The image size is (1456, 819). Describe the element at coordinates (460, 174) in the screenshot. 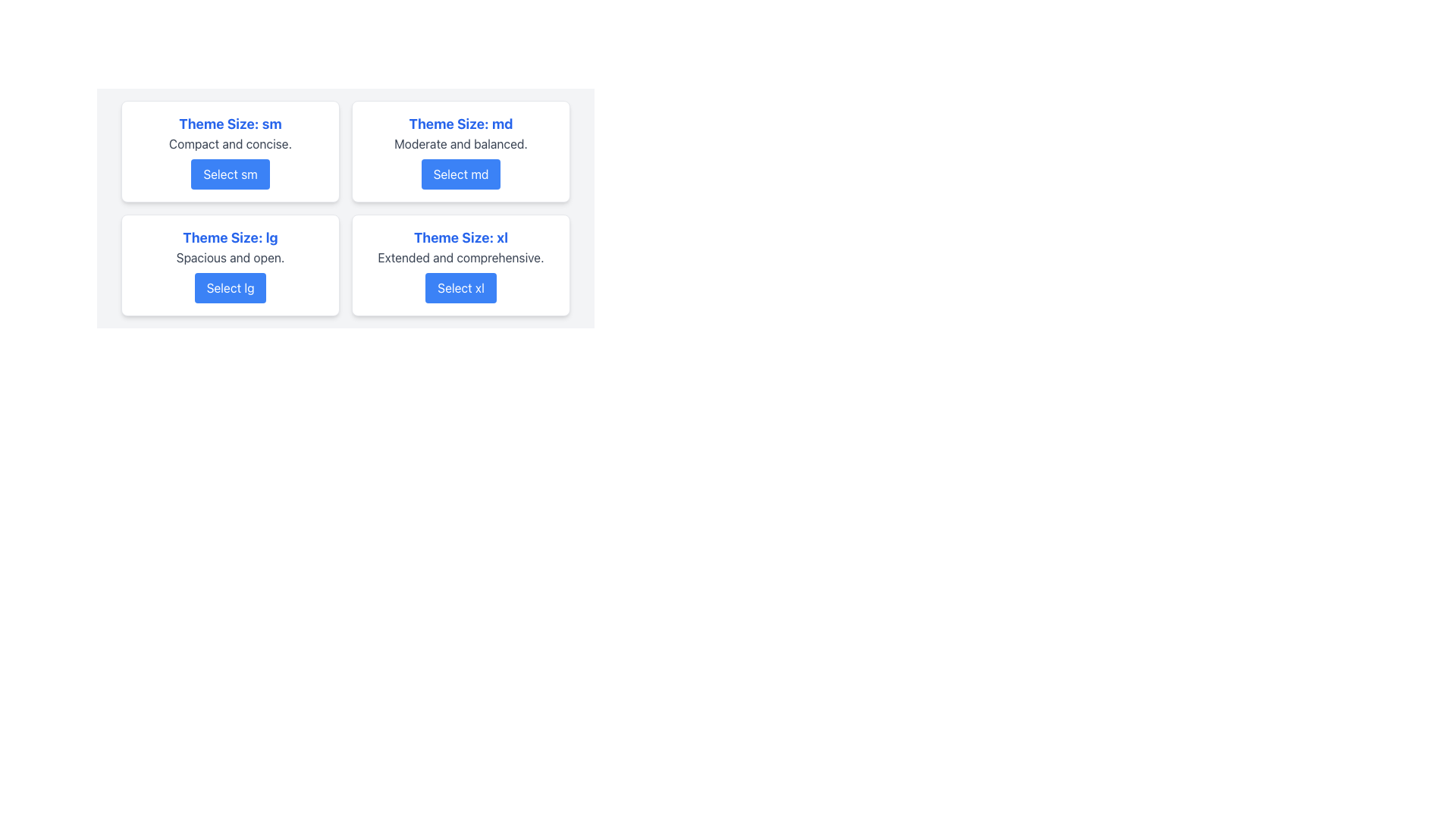

I see `the rectangular button with a blue background and white text reading 'Select md'` at that location.